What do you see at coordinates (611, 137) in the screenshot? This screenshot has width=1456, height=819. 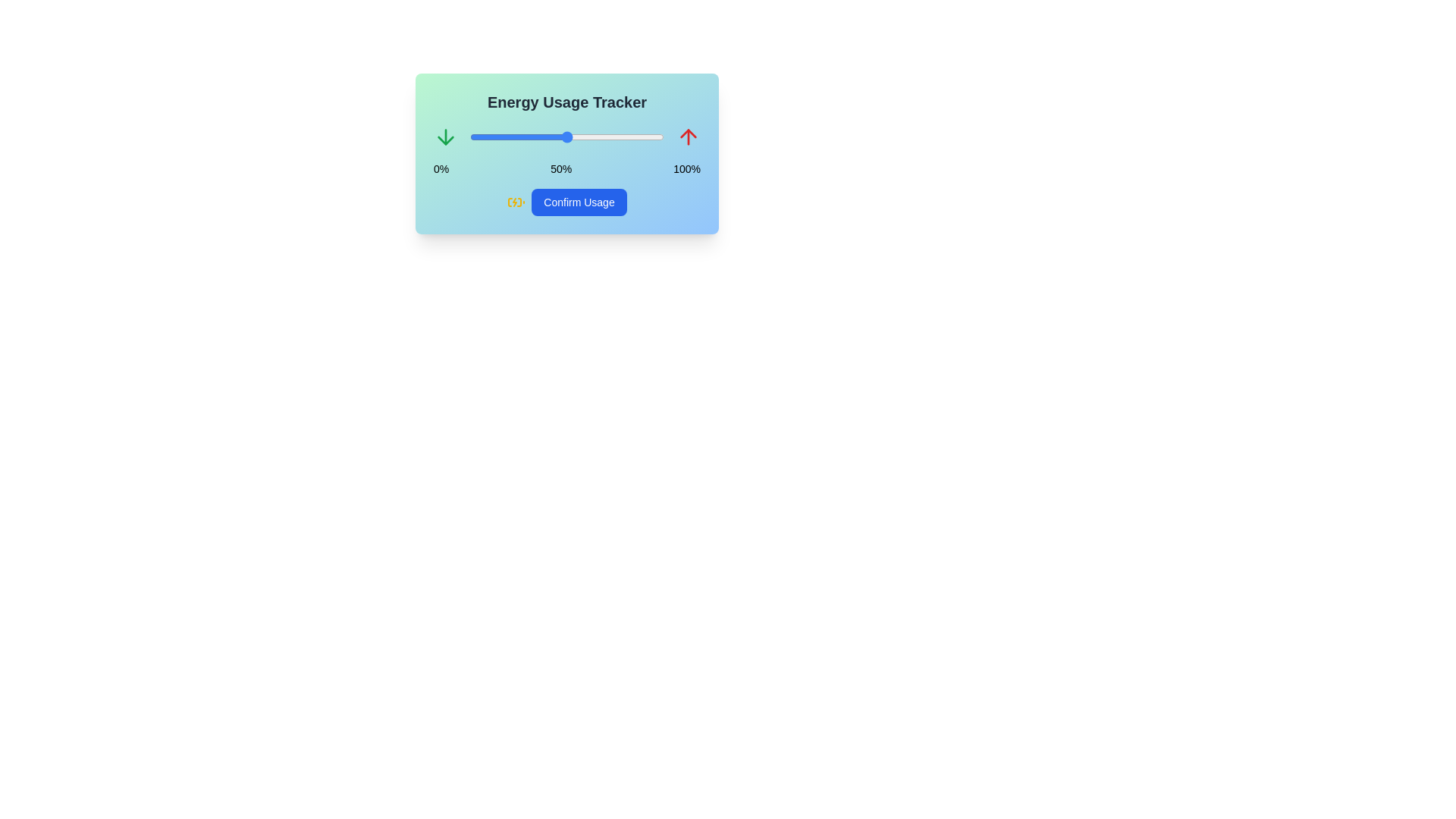 I see `the energy usage slider to 73%` at bounding box center [611, 137].